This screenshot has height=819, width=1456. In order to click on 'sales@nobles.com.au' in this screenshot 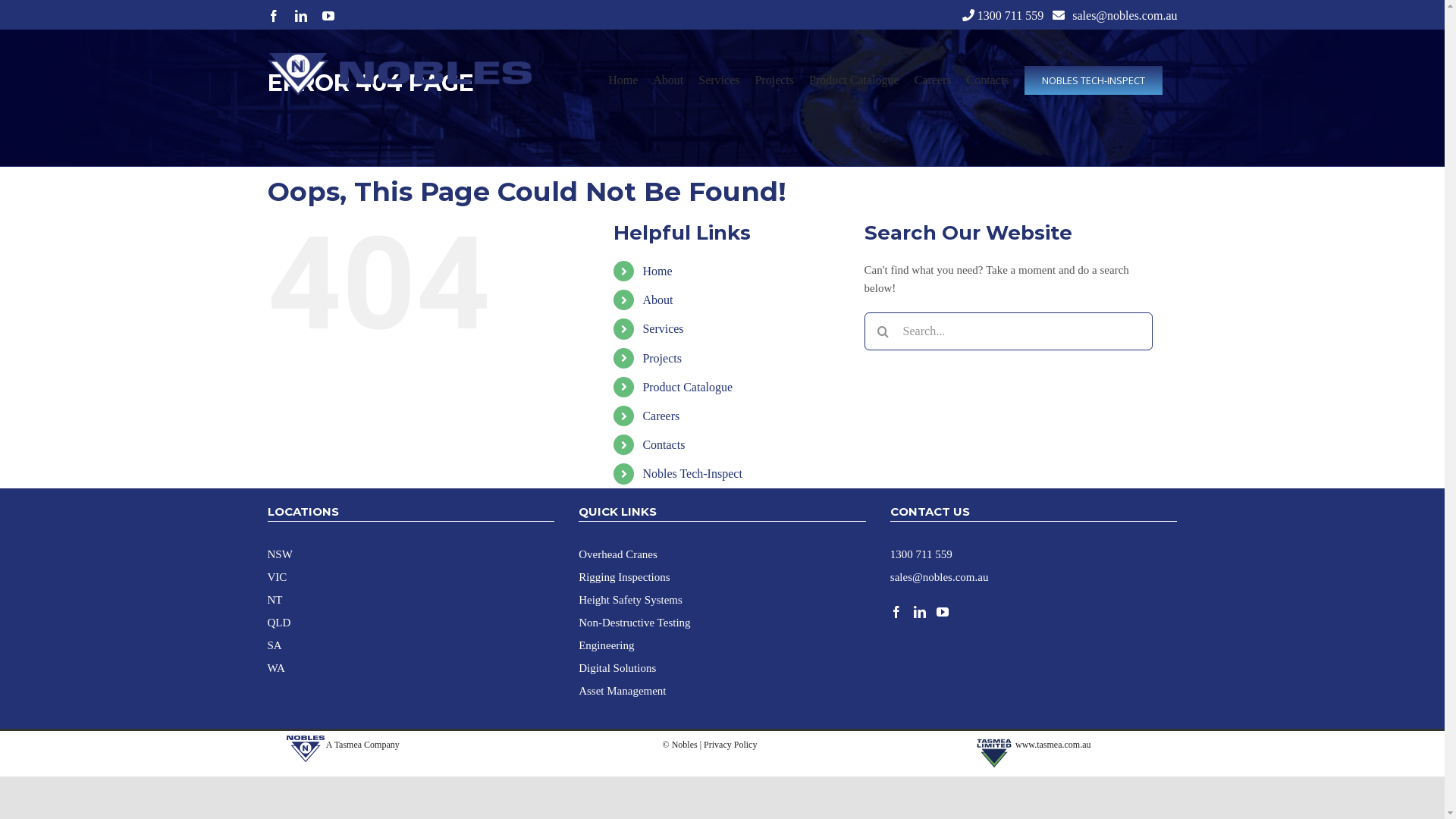, I will do `click(1072, 15)`.